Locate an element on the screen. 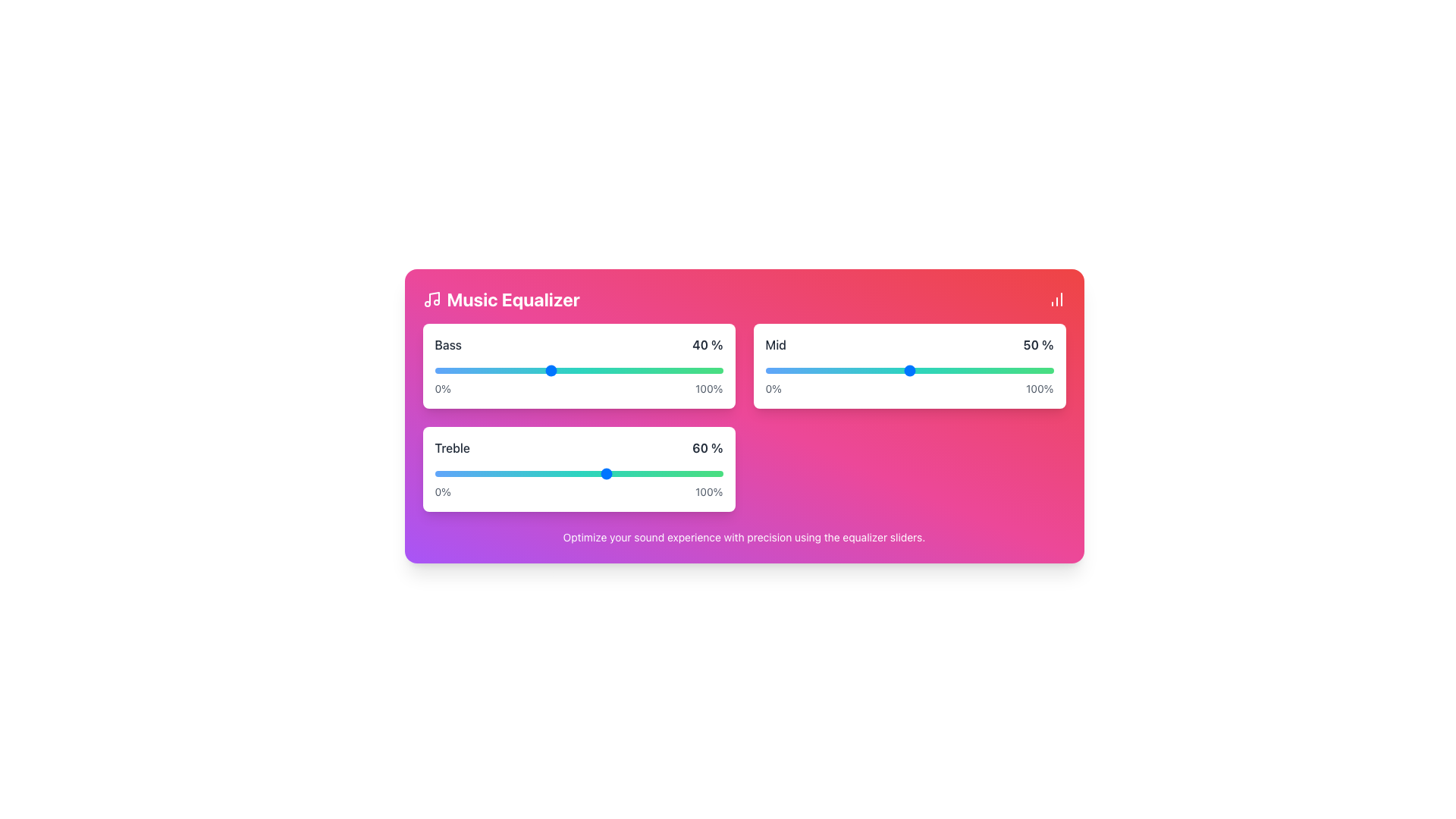 The width and height of the screenshot is (1456, 819). the Static Text Label displaying '100%' located at the right end of the slider component is located at coordinates (708, 388).